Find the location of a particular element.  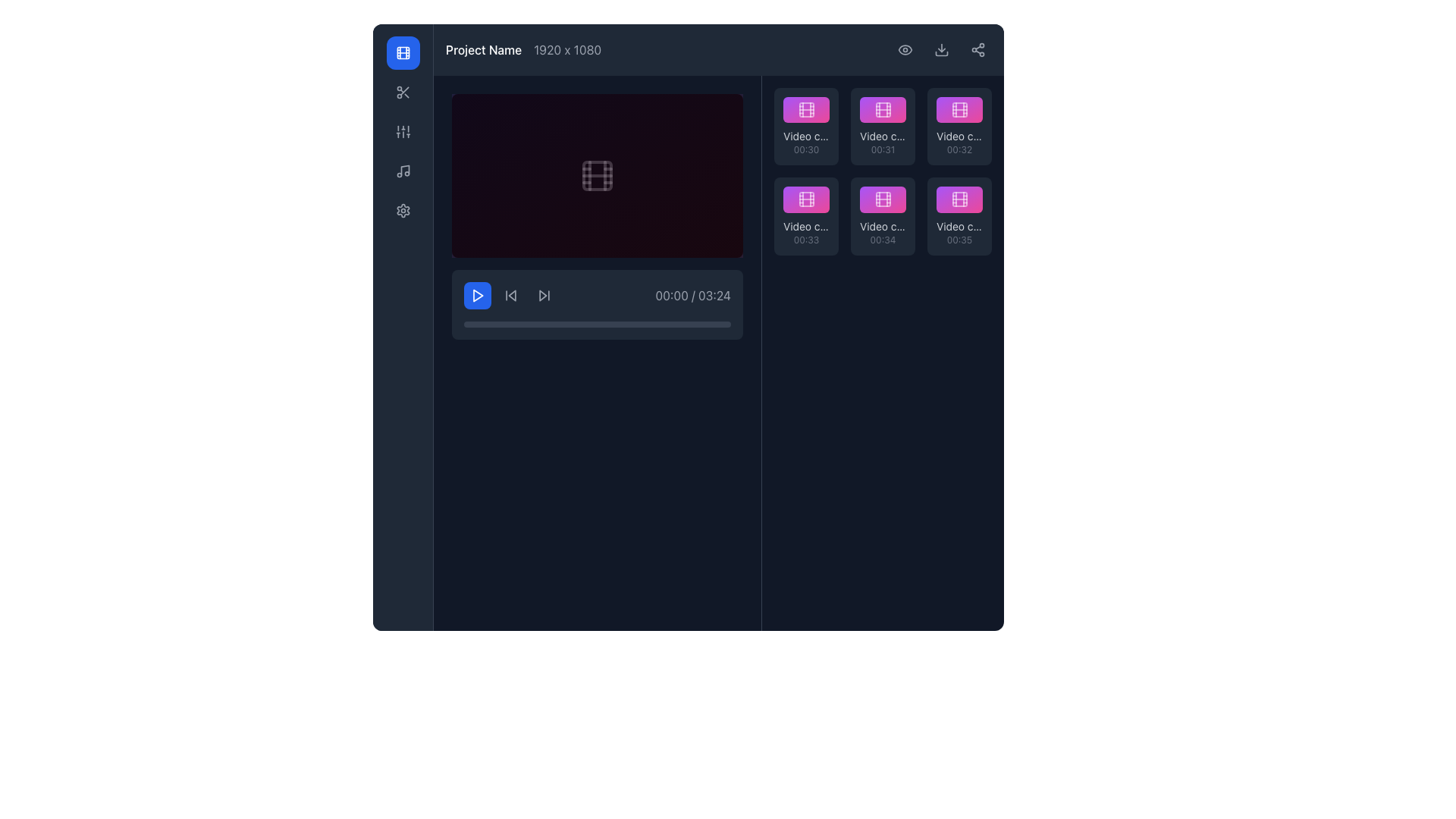

the blue rectangular button with a film reel icon located at the top of the left sidebar is located at coordinates (403, 52).